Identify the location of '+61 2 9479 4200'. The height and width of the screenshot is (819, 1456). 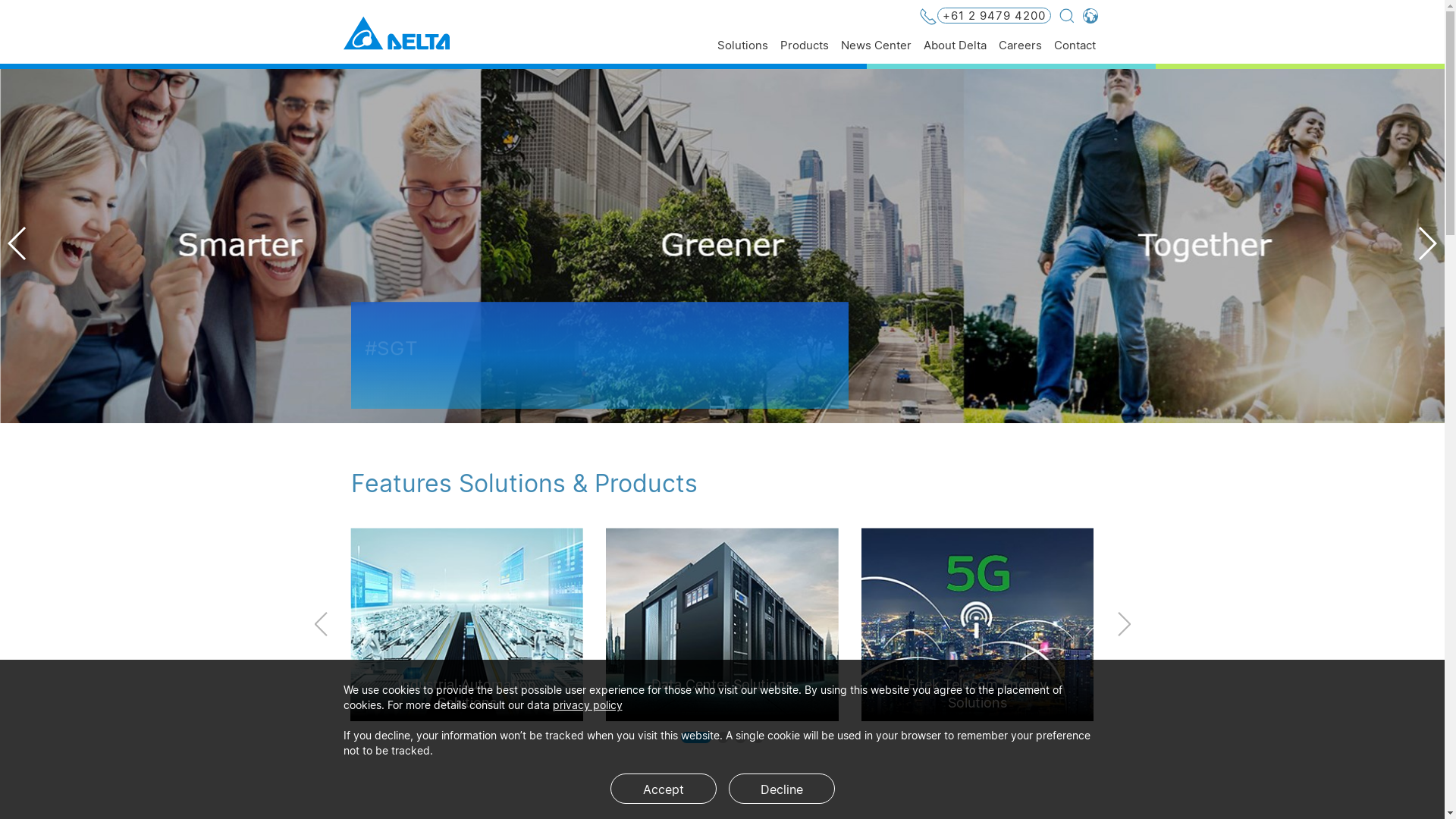
(985, 17).